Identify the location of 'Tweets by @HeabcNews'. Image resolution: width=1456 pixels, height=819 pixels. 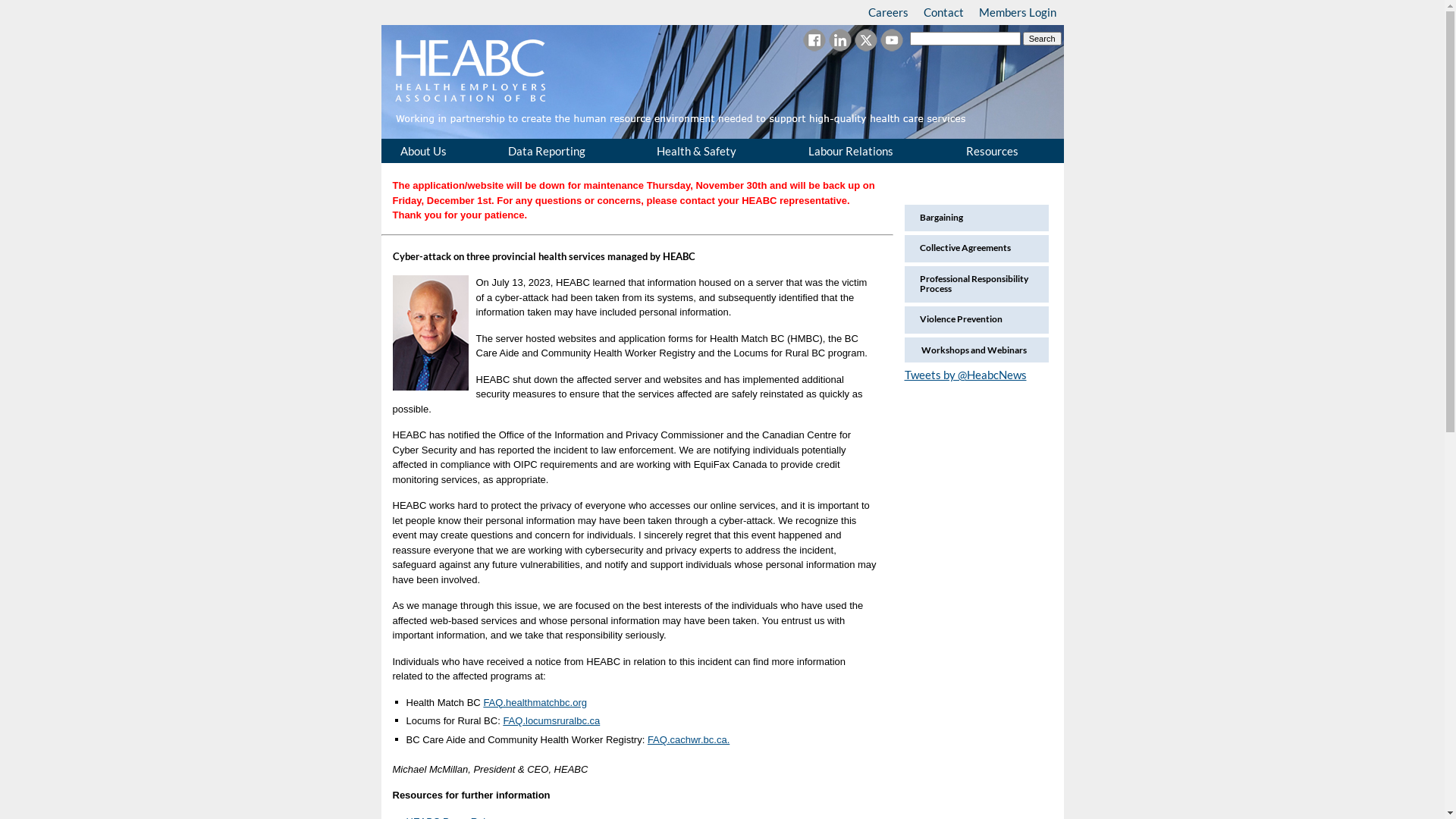
(964, 374).